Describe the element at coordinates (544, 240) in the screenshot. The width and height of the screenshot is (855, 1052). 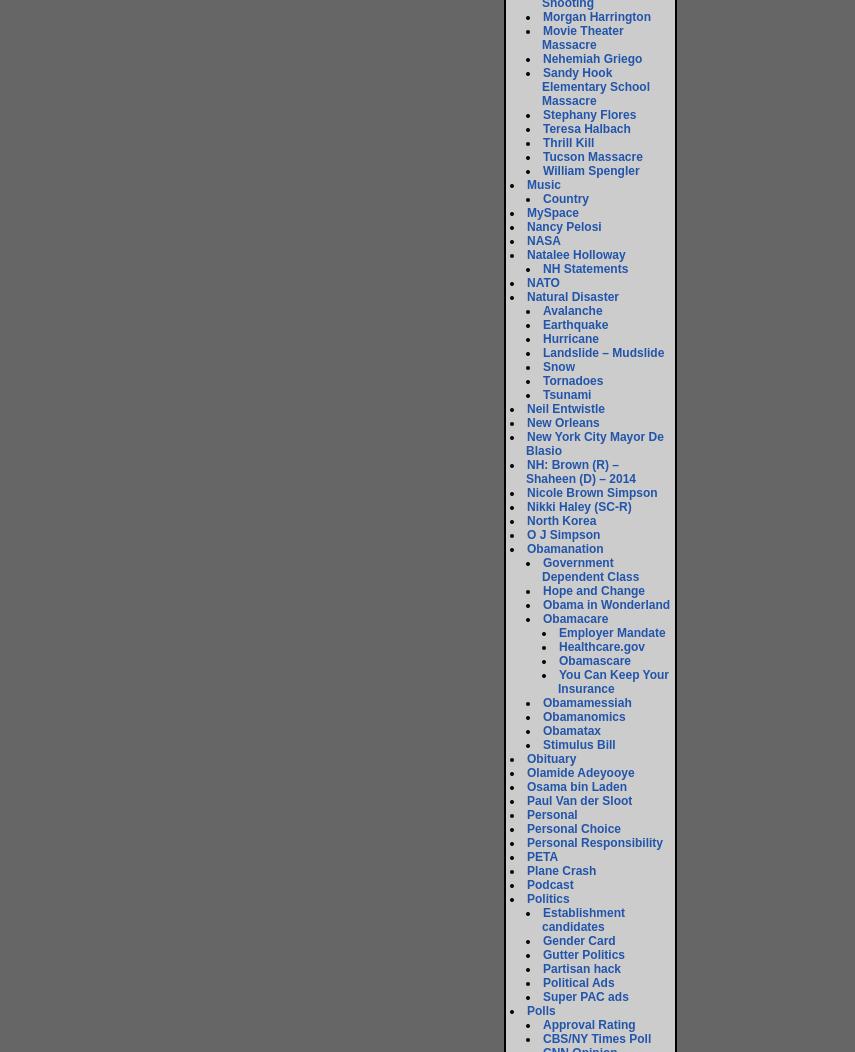
I see `'NASA'` at that location.